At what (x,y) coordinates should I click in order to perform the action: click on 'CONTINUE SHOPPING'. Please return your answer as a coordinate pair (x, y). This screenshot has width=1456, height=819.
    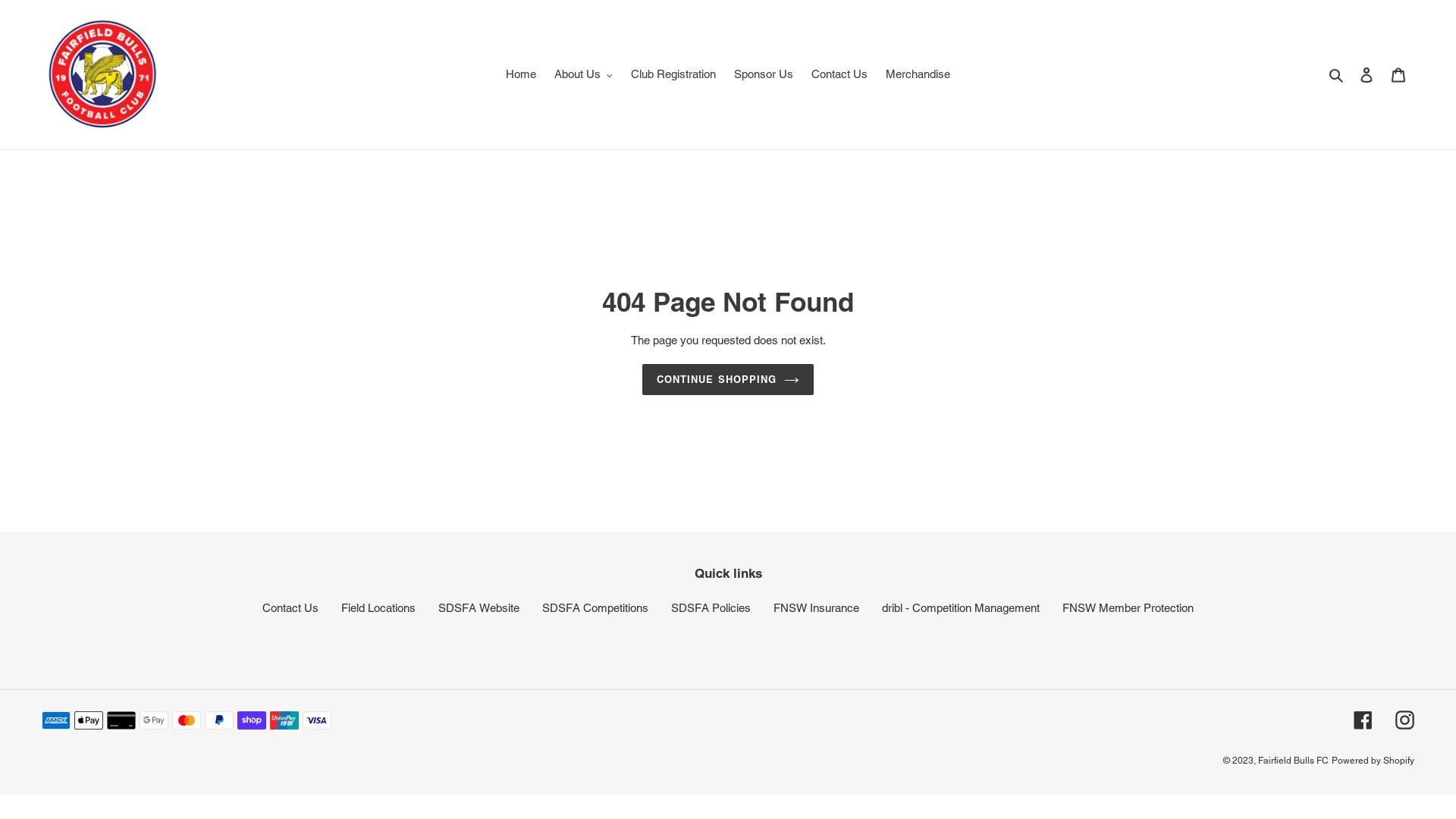
    Looking at the image, I should click on (642, 379).